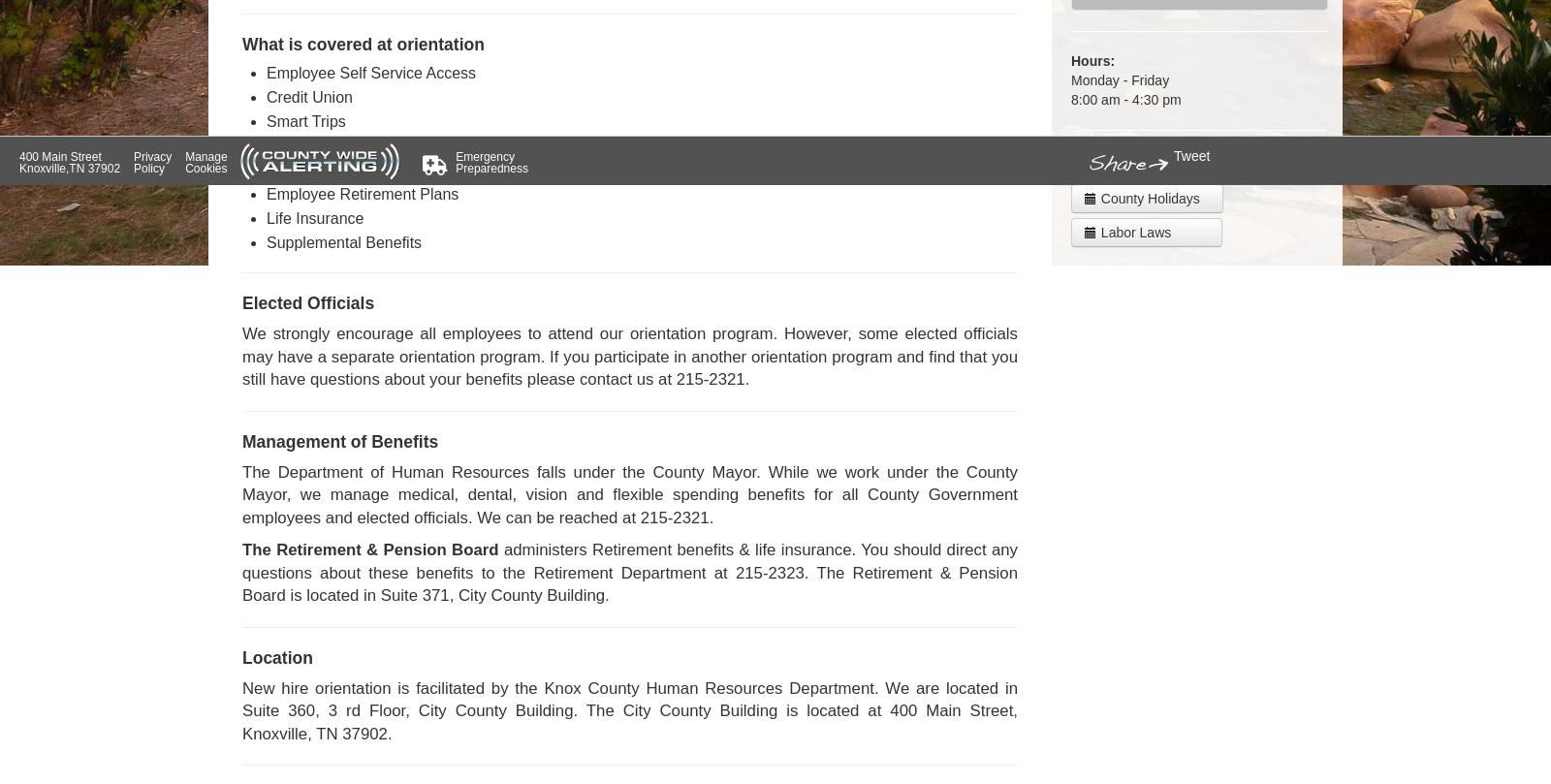 The image size is (1551, 784). I want to click on 'We strongly encourage all employees to attend our orientation program. However, some elected officials may have a separate orientation program. If you participate in another orientation program and find that you still have questions about your benefits please contact us at 215-2321.', so click(629, 357).